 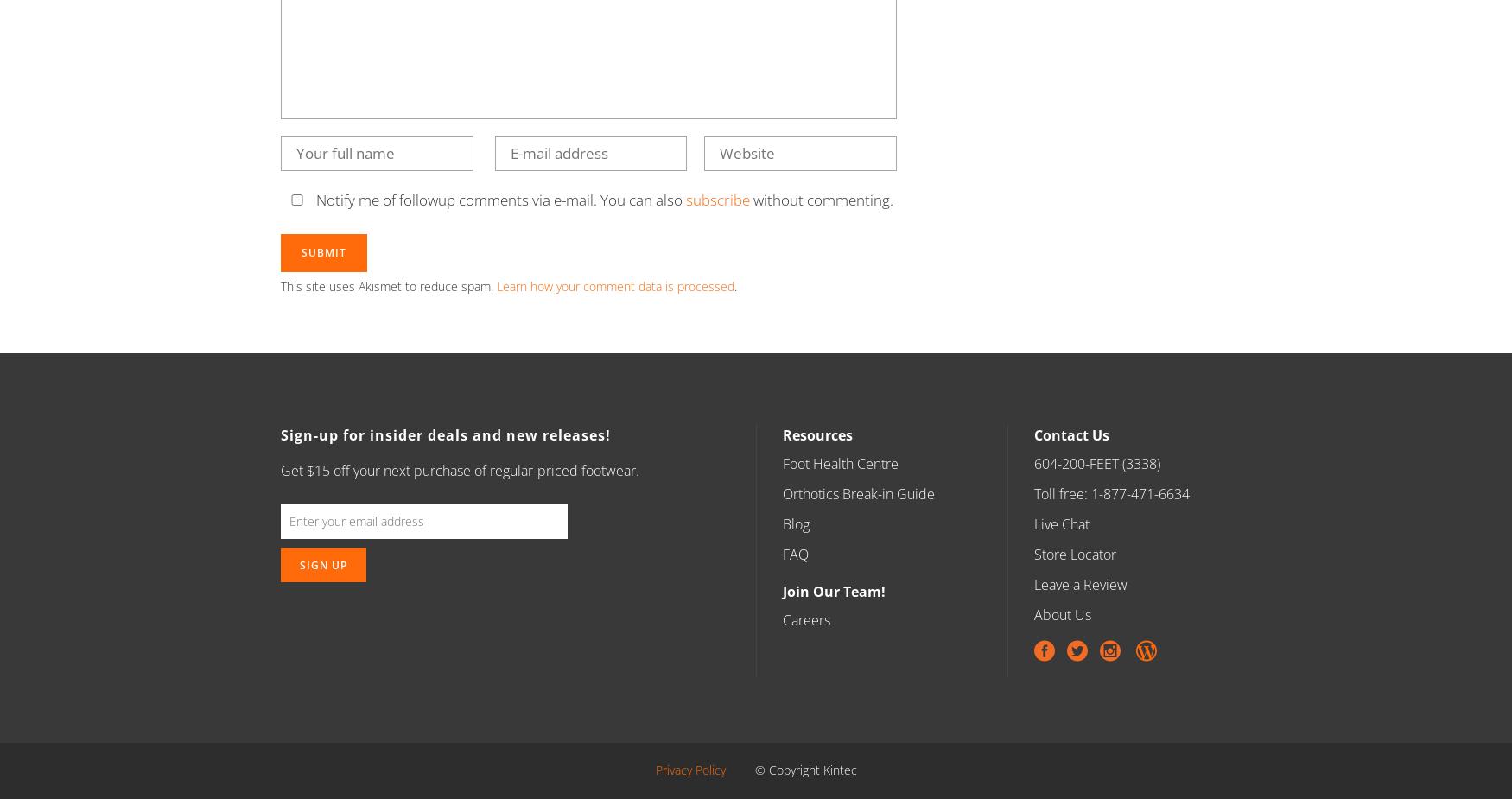 What do you see at coordinates (1070, 434) in the screenshot?
I see `'Contact Us'` at bounding box center [1070, 434].